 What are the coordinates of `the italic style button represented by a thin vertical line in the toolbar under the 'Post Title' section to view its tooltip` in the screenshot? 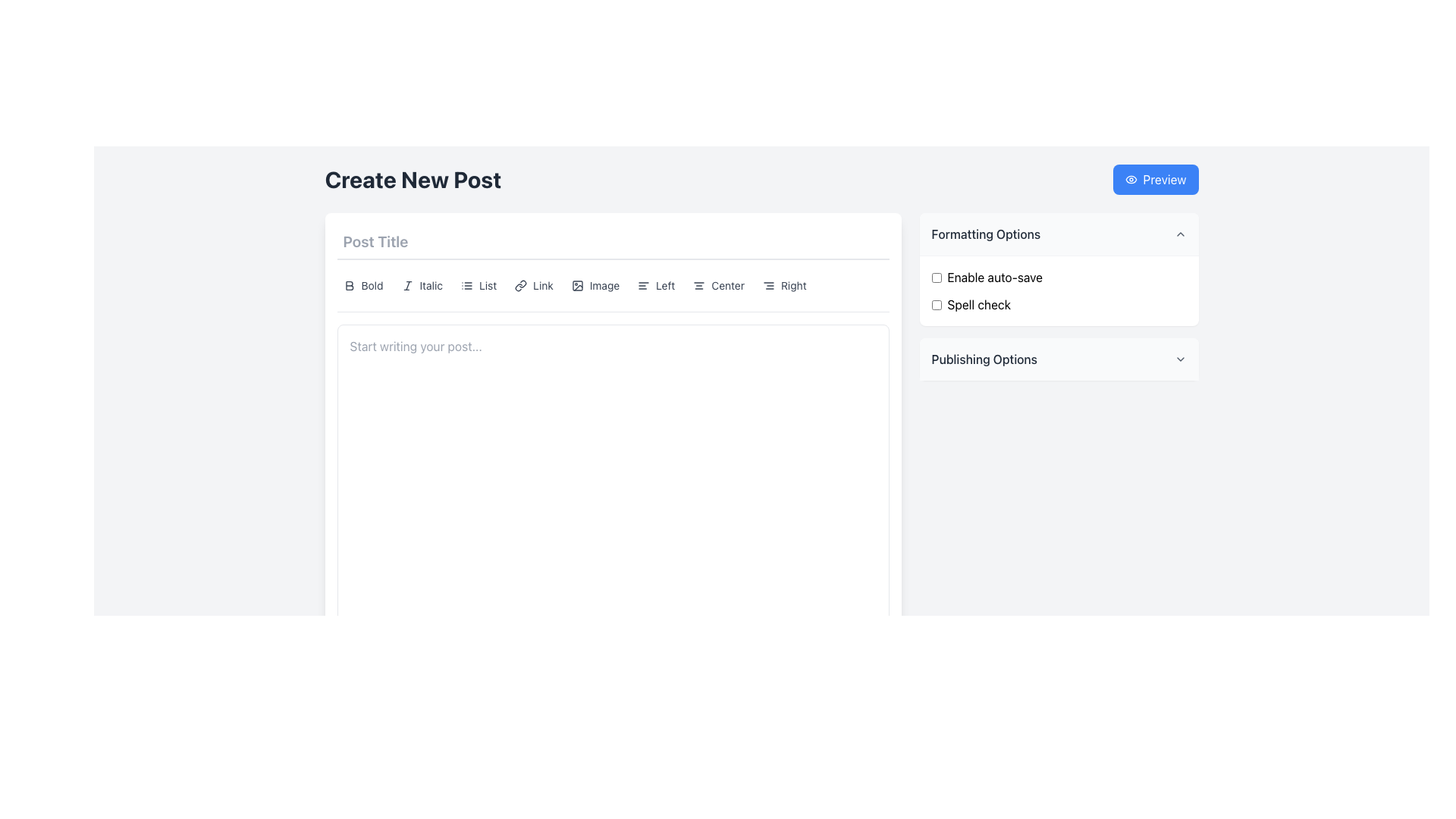 It's located at (407, 286).